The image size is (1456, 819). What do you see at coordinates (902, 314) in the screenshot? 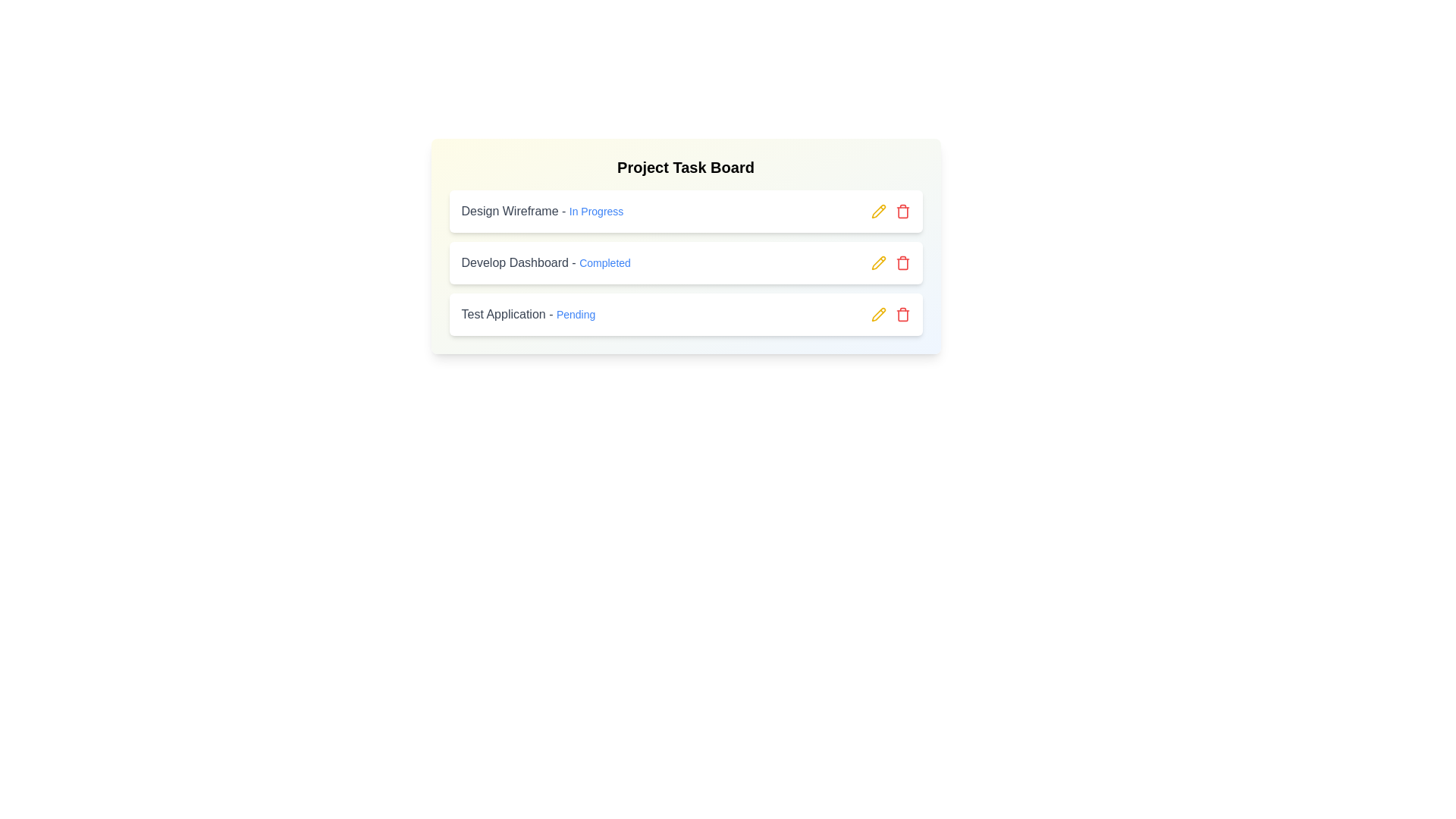
I see `the trash icon to delete the task Test Application` at bounding box center [902, 314].